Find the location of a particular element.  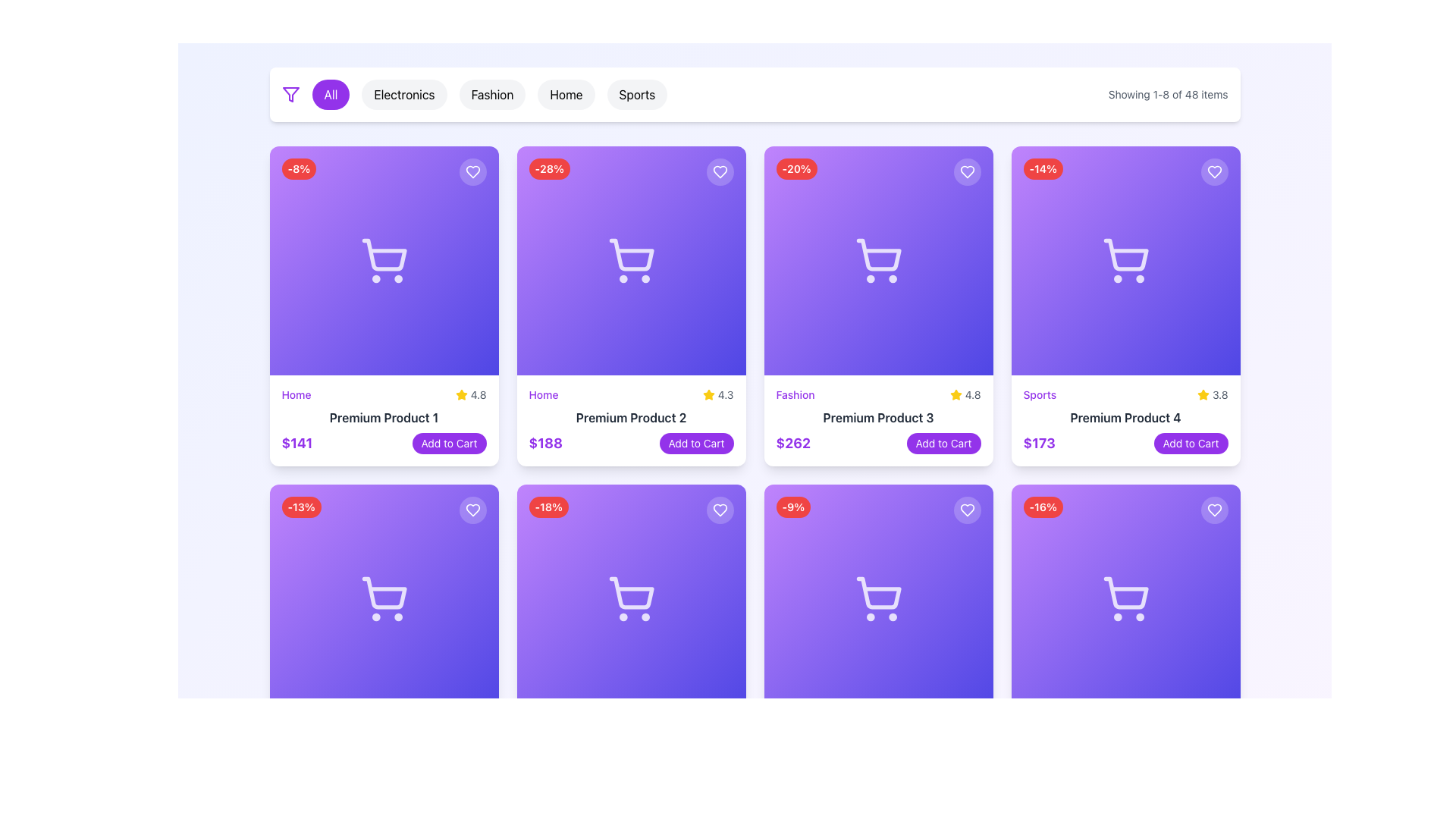

the heart icon located is located at coordinates (472, 171).